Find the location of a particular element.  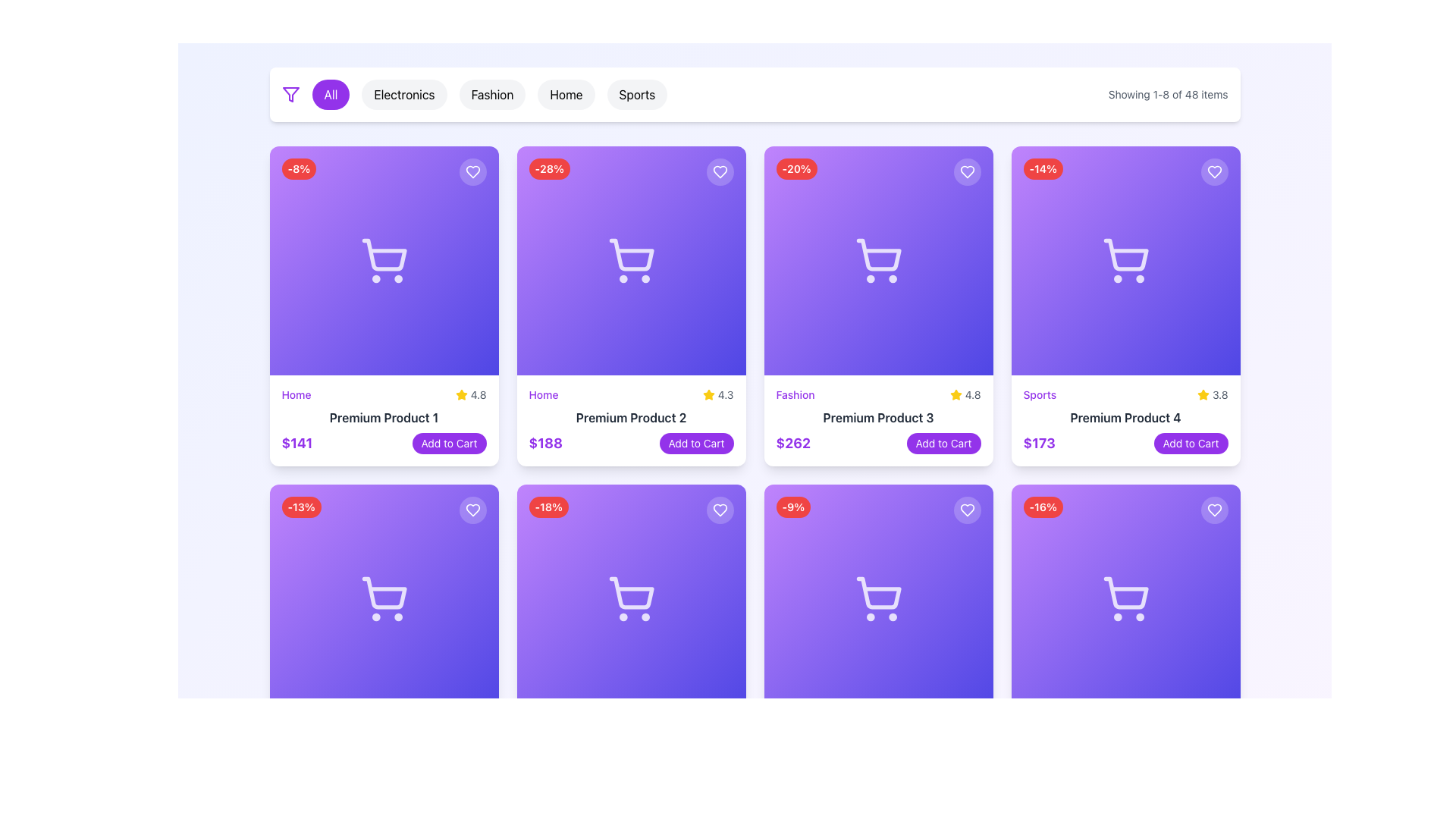

the heart icon located is located at coordinates (472, 171).